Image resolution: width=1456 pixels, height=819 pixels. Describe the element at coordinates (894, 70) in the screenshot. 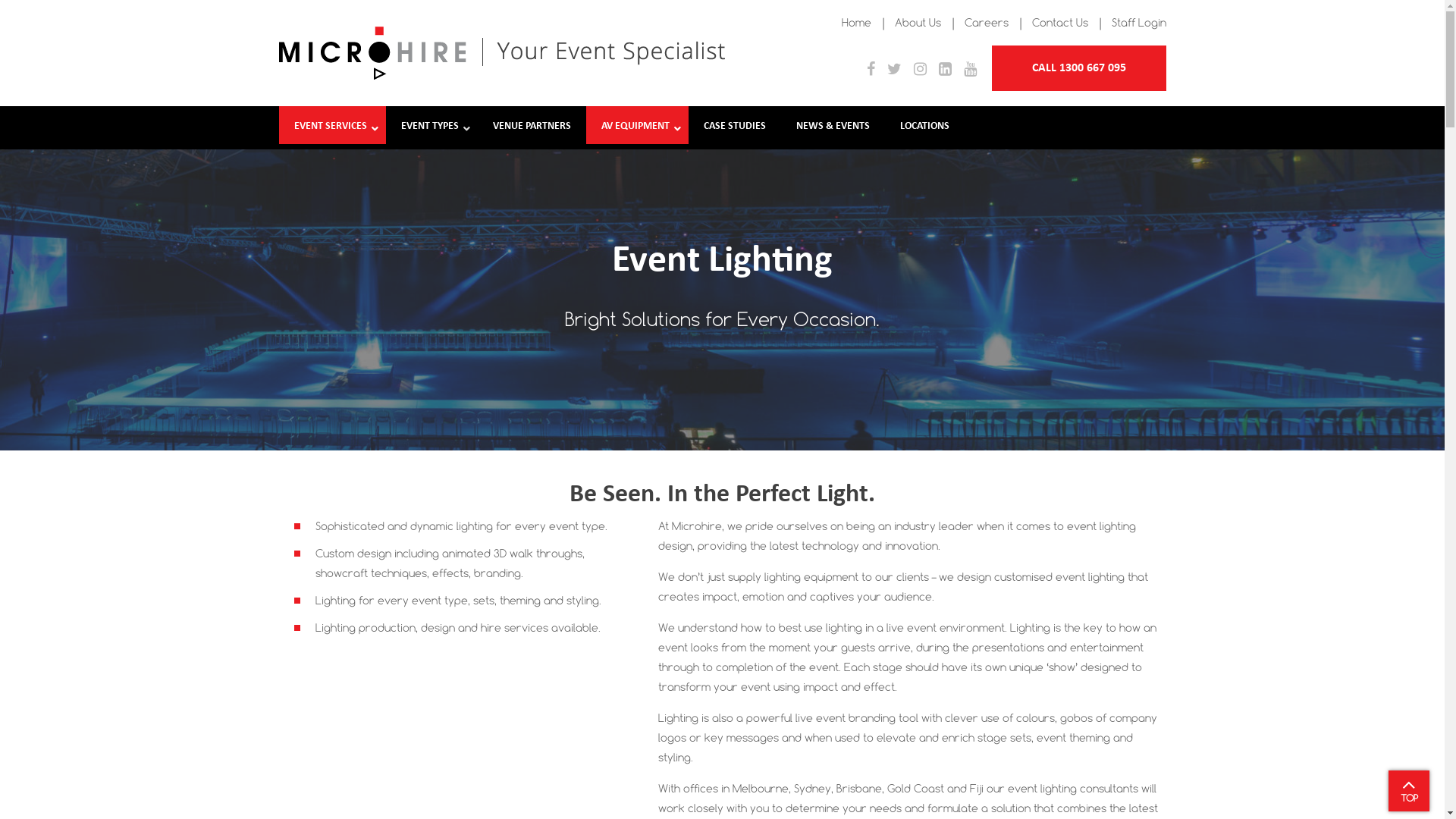

I see `'Twitter'` at that location.